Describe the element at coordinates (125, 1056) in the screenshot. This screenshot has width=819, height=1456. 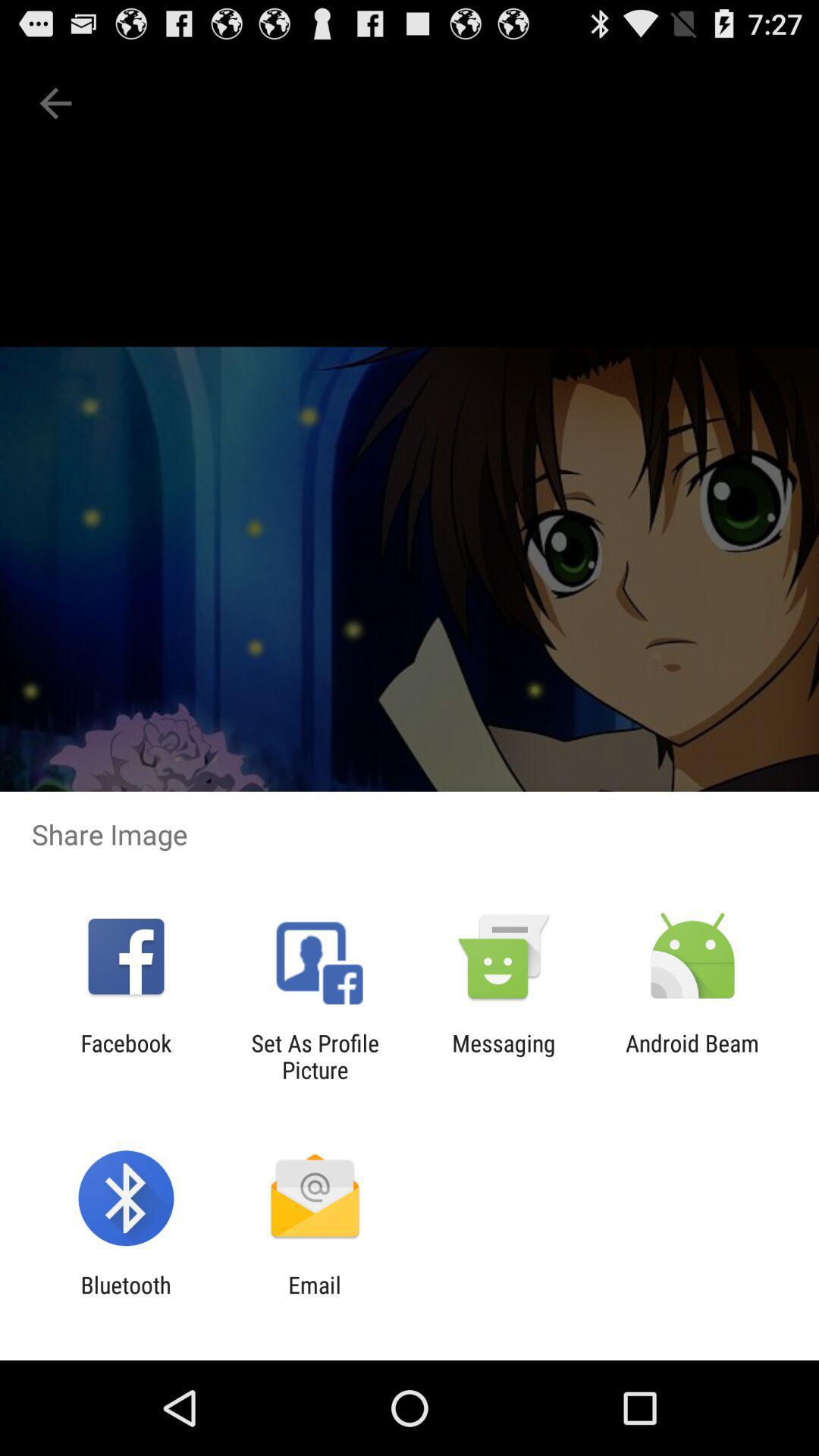
I see `app to the left of set as profile item` at that location.